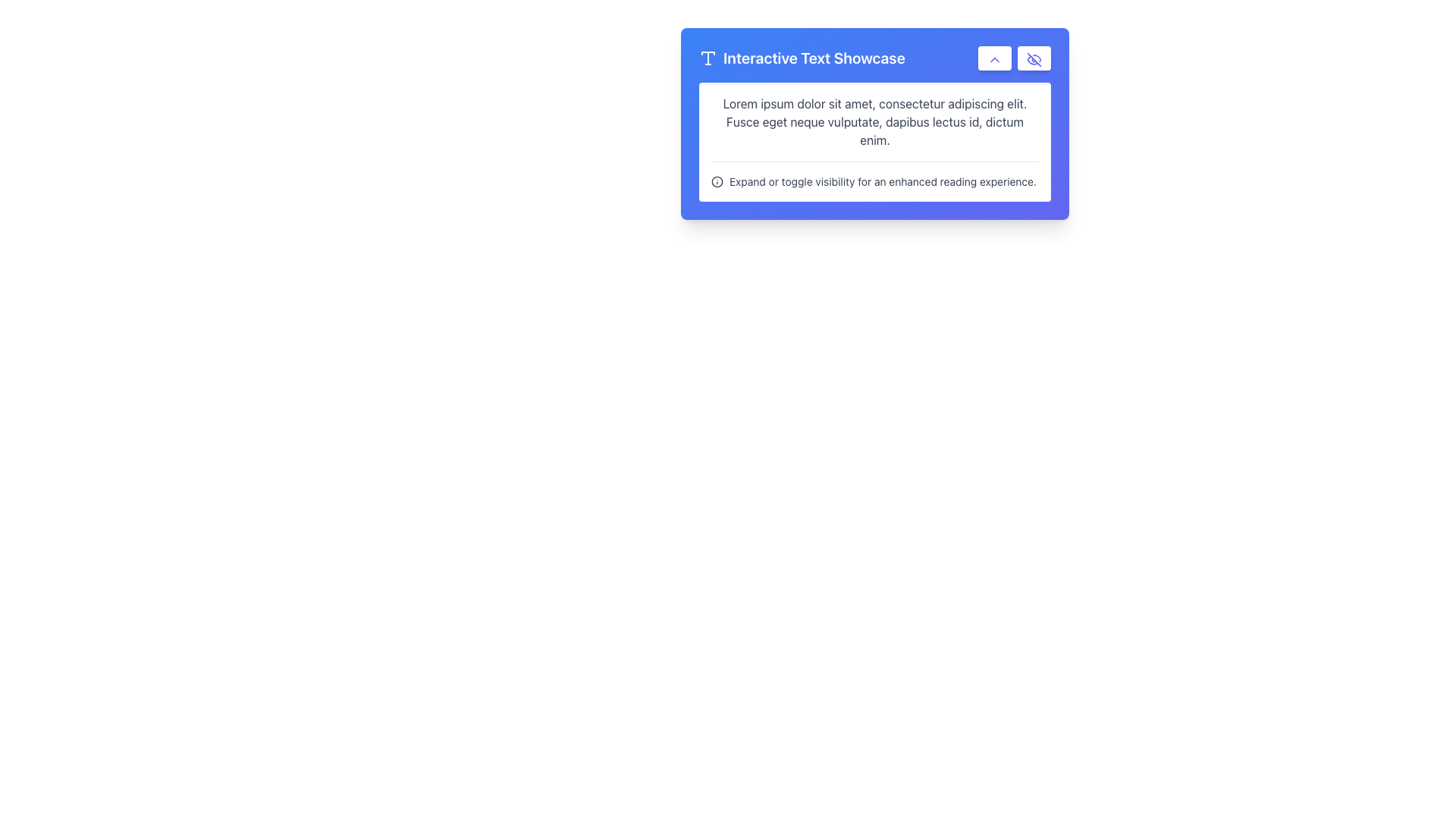  Describe the element at coordinates (708, 58) in the screenshot. I see `the Decorative Icon featuring a large letter 'T' with a blue background, located to the left of the text 'Interactive Text Showcase'` at that location.